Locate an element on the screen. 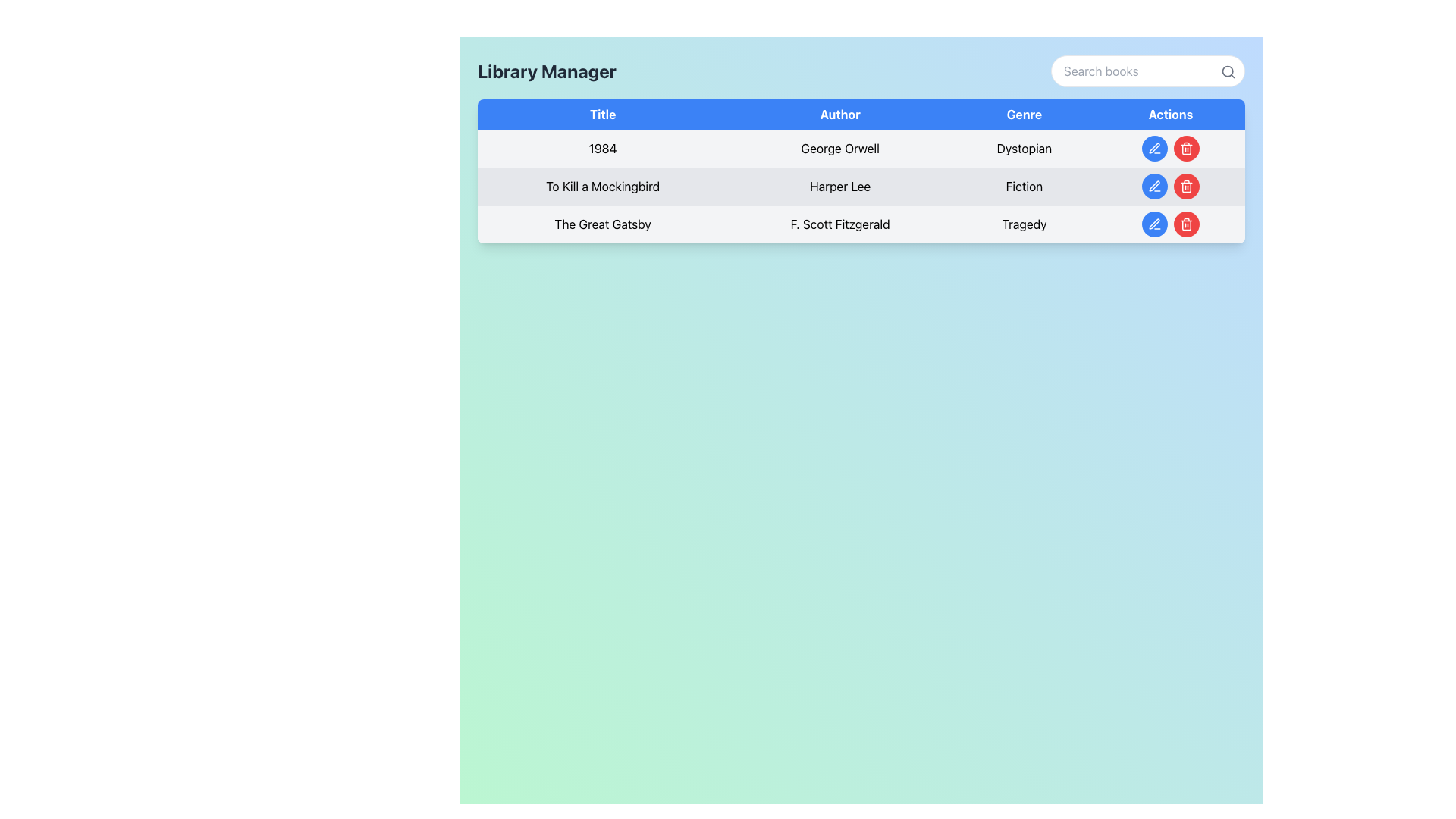 The height and width of the screenshot is (819, 1456). the 'edit' icon in the circular button located in the 'Actions' column of the row for 'The Great Gatsby' is located at coordinates (1153, 224).